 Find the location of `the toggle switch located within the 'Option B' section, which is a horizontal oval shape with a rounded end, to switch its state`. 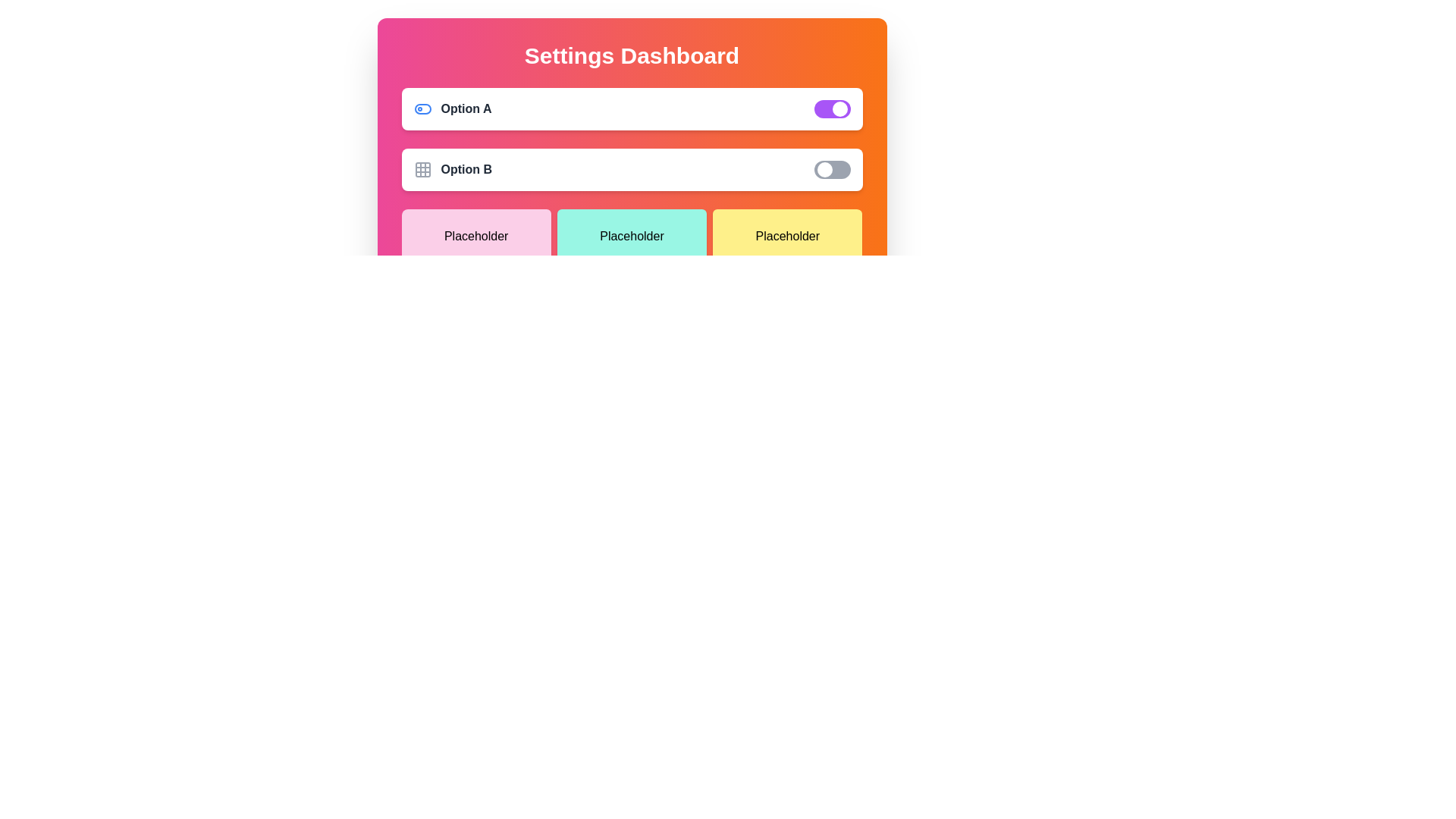

the toggle switch located within the 'Option B' section, which is a horizontal oval shape with a rounded end, to switch its state is located at coordinates (831, 169).